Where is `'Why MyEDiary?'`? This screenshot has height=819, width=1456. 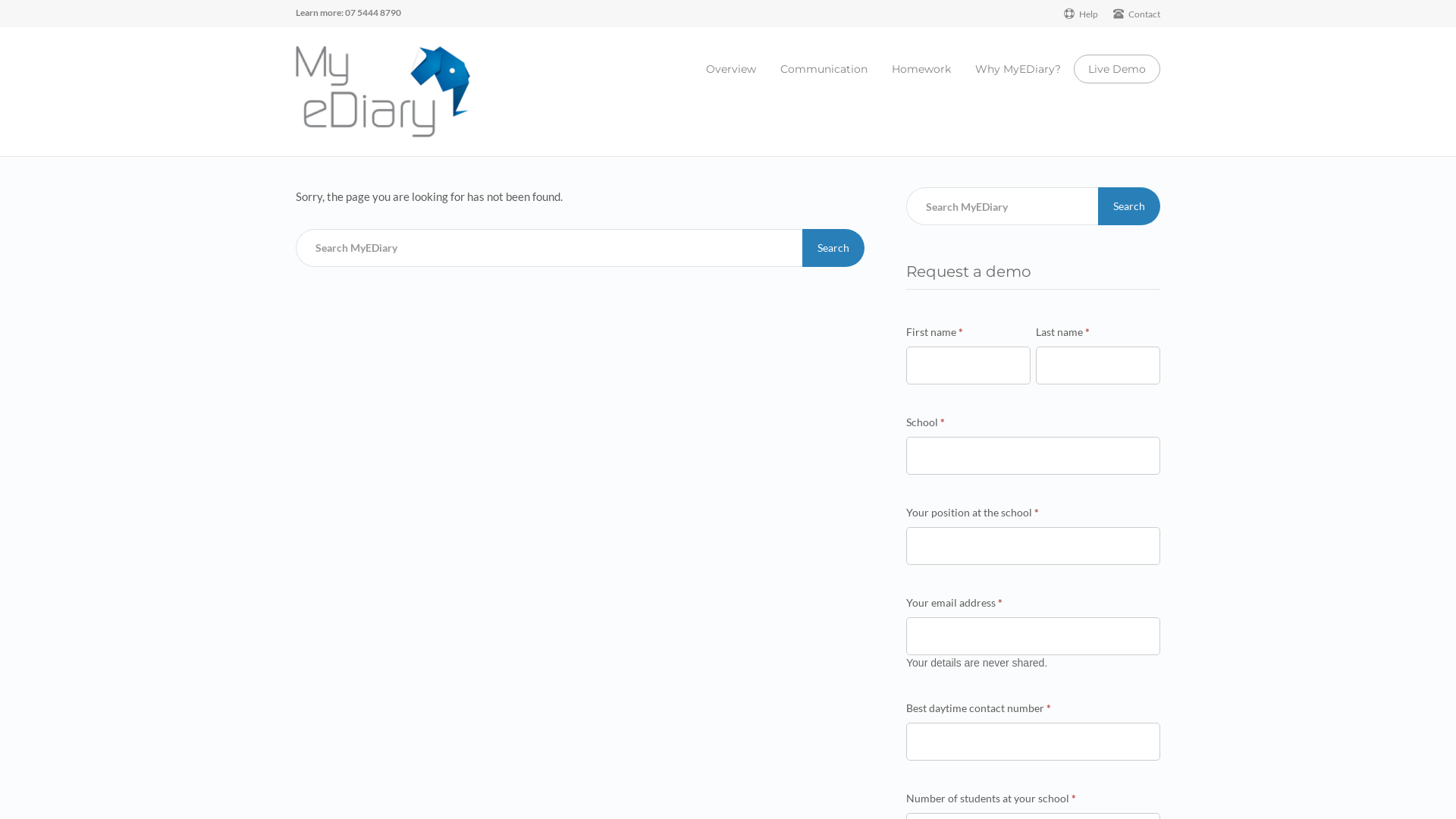
'Why MyEDiary?' is located at coordinates (975, 69).